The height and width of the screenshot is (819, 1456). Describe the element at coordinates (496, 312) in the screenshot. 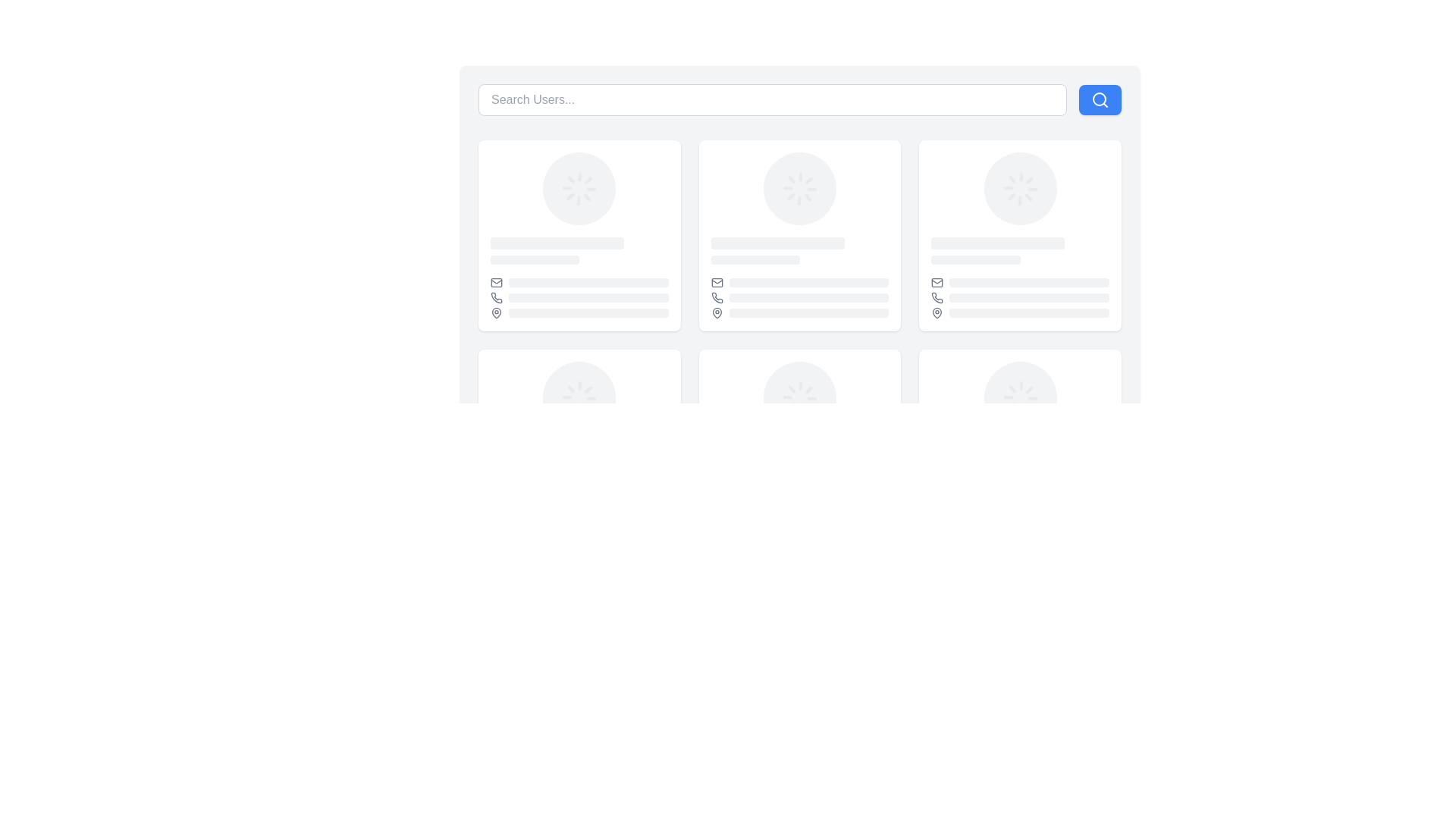

I see `the representation of the pin icon located in the bottom-left corner of its respective card, which is part of a grid layout of user profiles or cards` at that location.